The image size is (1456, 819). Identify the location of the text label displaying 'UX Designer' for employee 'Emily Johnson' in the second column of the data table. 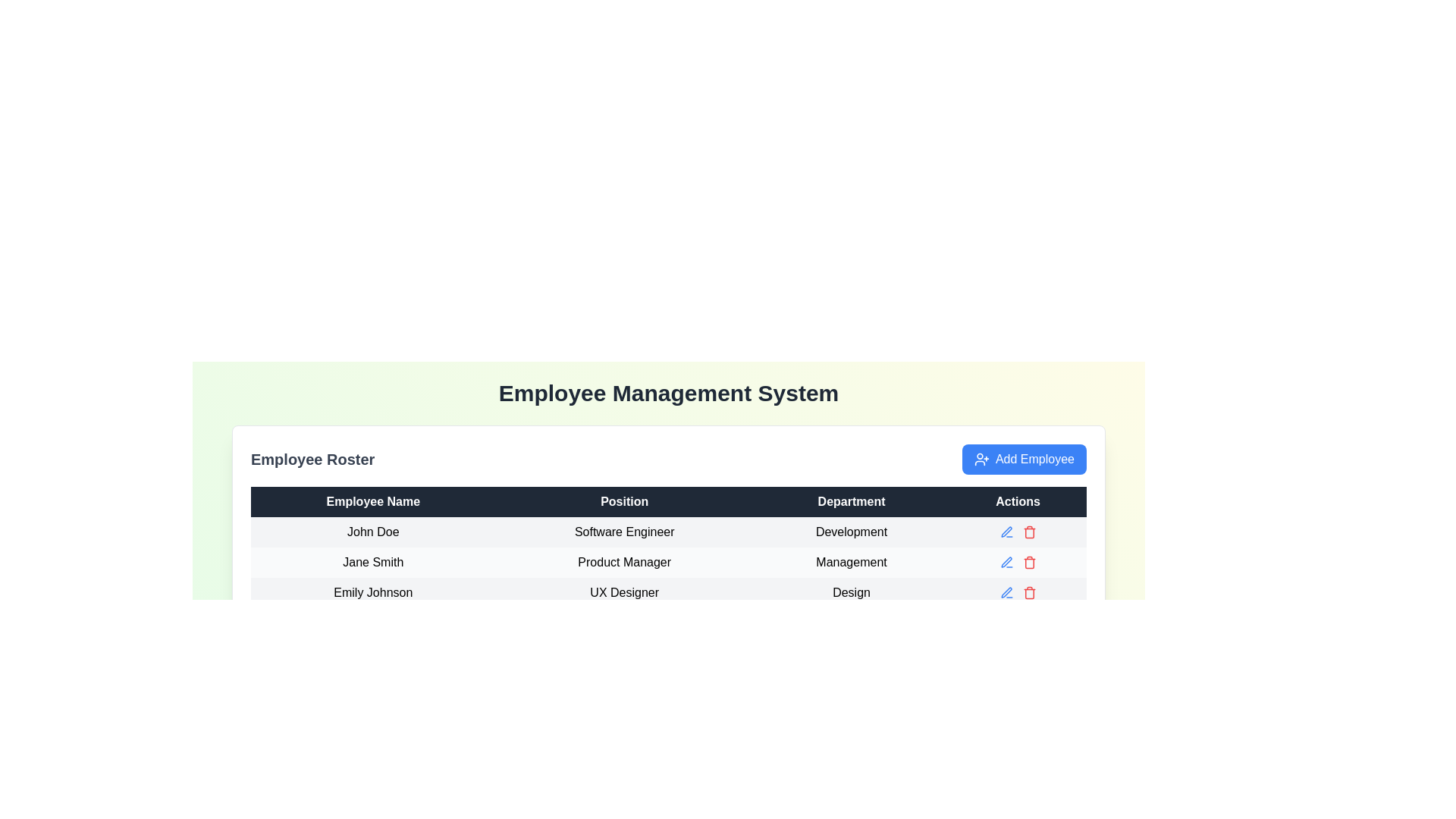
(624, 592).